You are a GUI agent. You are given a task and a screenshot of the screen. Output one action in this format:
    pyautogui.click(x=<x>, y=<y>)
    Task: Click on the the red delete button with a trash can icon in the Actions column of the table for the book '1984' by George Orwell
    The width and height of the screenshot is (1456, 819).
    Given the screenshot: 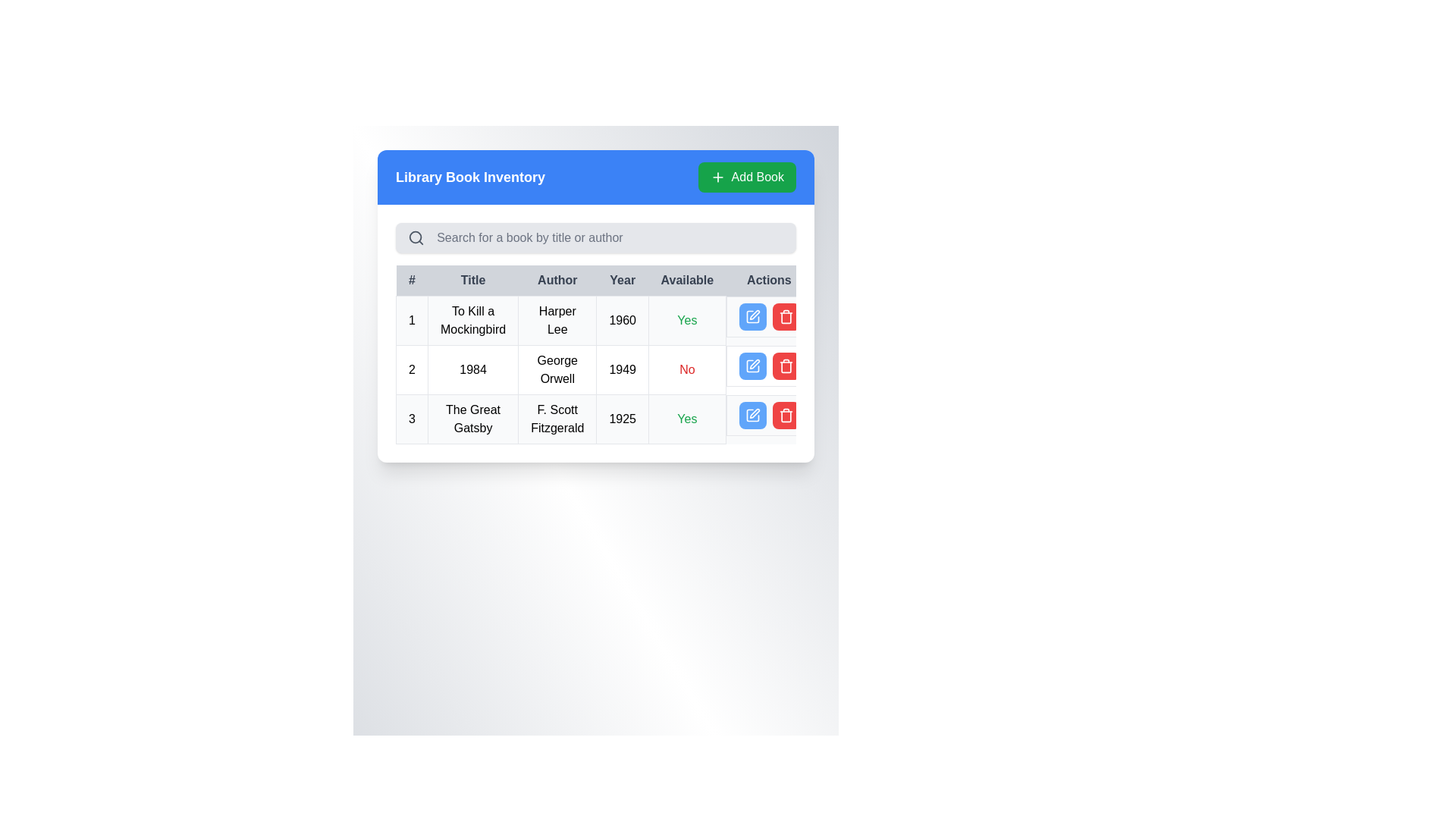 What is the action you would take?
    pyautogui.click(x=786, y=366)
    